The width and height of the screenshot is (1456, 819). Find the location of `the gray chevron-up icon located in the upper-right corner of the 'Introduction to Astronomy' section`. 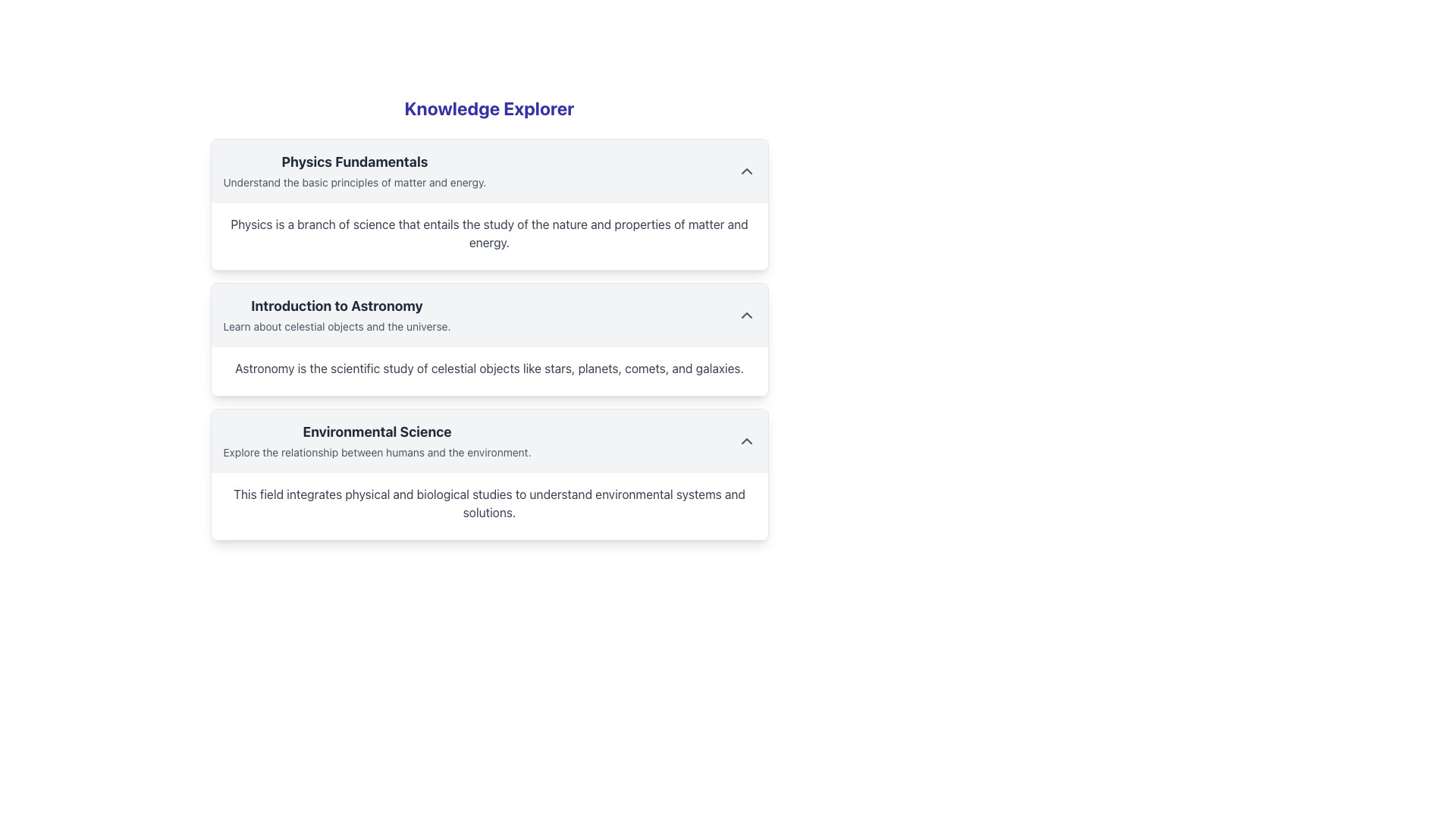

the gray chevron-up icon located in the upper-right corner of the 'Introduction to Astronomy' section is located at coordinates (746, 315).